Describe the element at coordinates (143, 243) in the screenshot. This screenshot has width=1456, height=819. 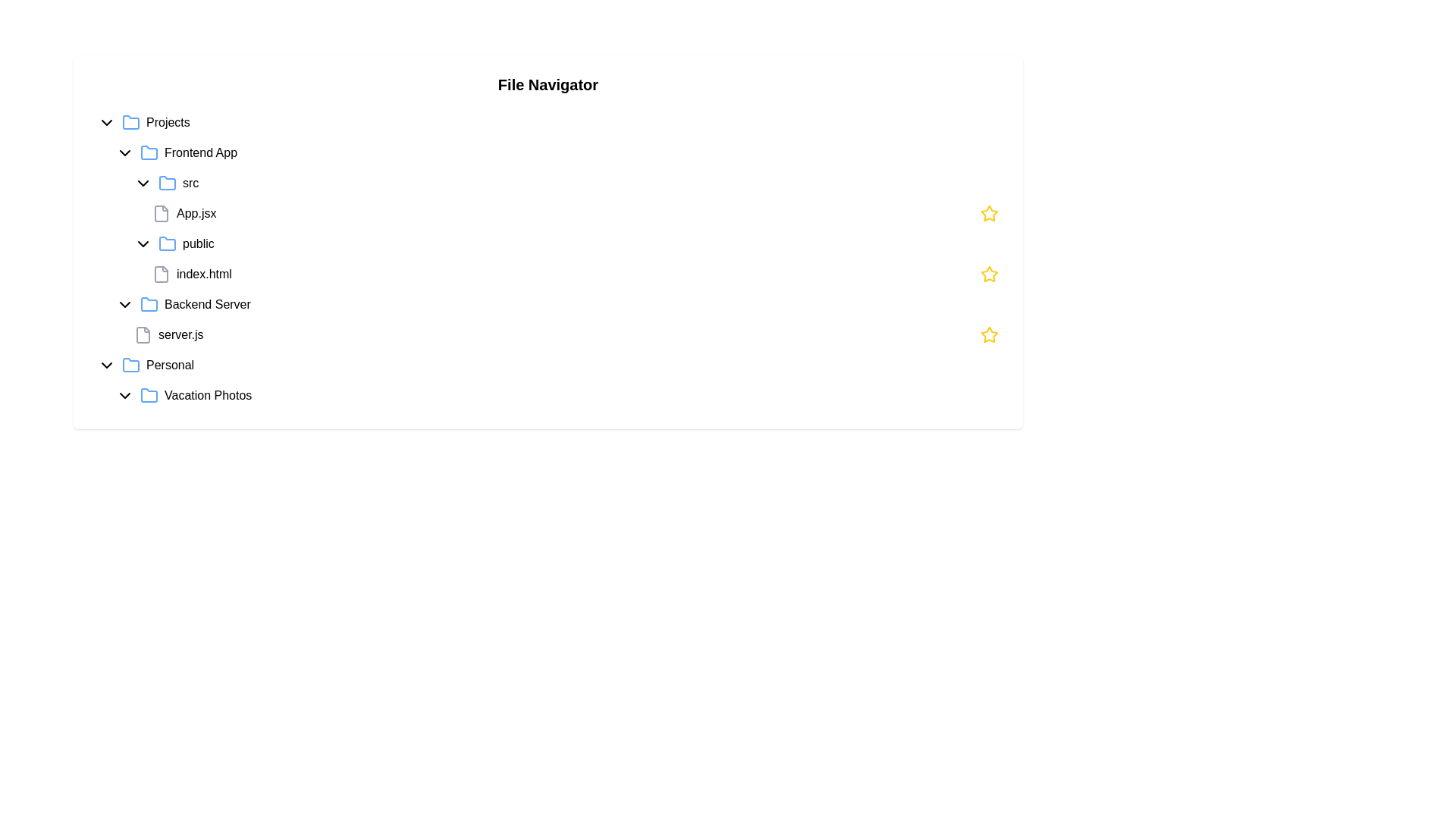
I see `the Chevron indicator toggle` at that location.